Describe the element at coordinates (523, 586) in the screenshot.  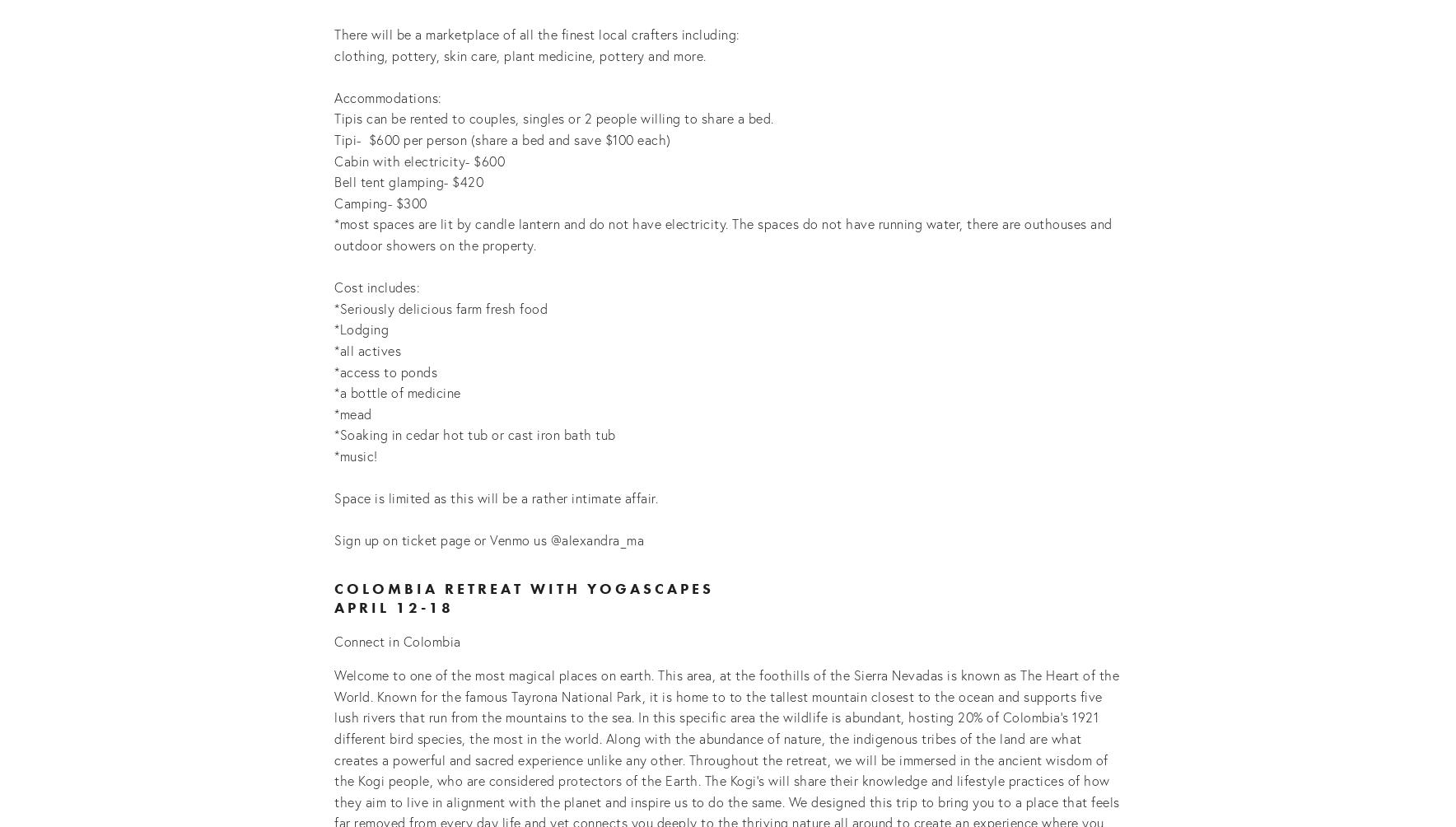
I see `'Colombia Retreat with YogaScapes'` at that location.